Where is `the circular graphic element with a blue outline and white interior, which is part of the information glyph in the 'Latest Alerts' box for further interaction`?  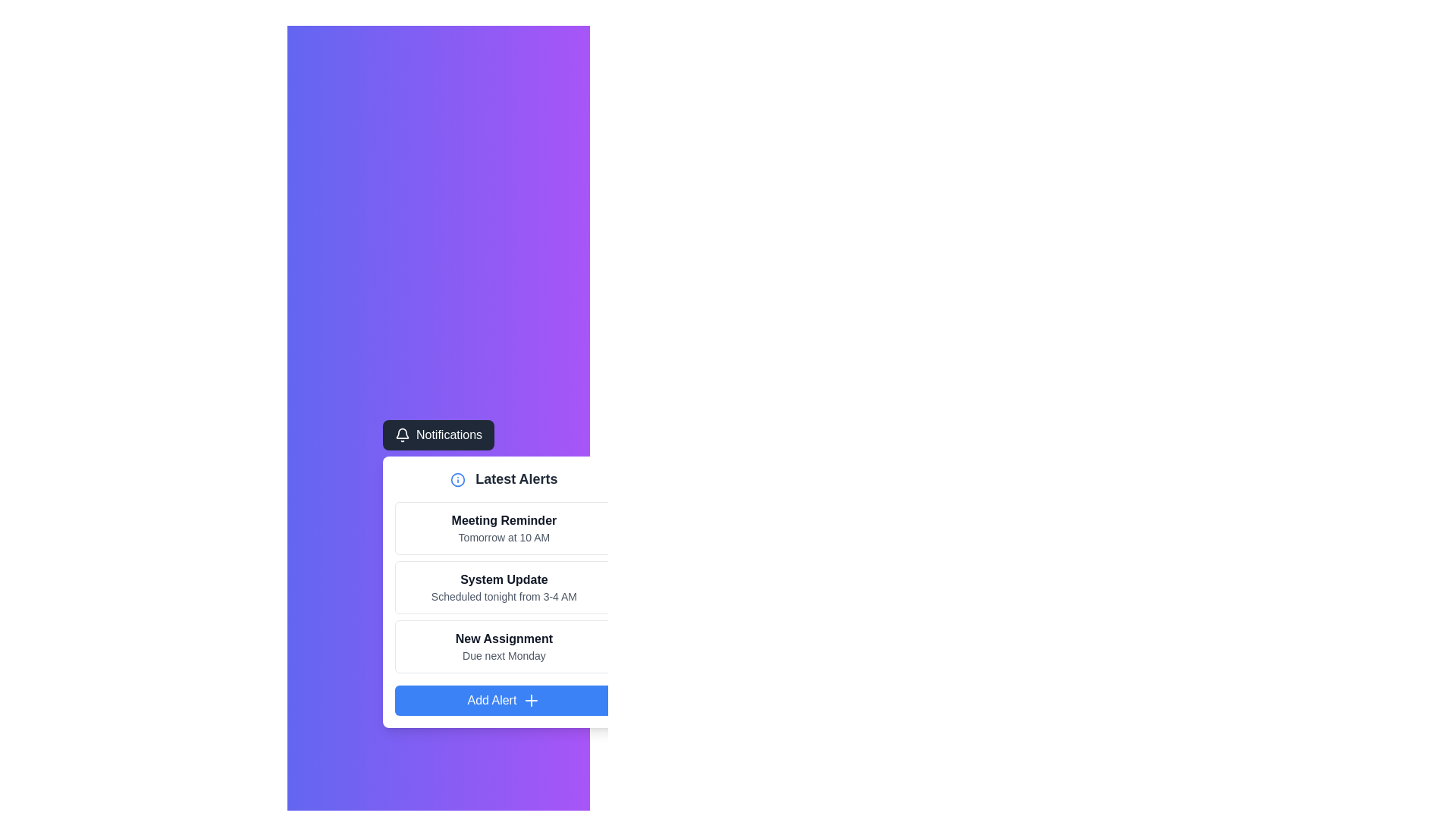 the circular graphic element with a blue outline and white interior, which is part of the information glyph in the 'Latest Alerts' box for further interaction is located at coordinates (457, 480).